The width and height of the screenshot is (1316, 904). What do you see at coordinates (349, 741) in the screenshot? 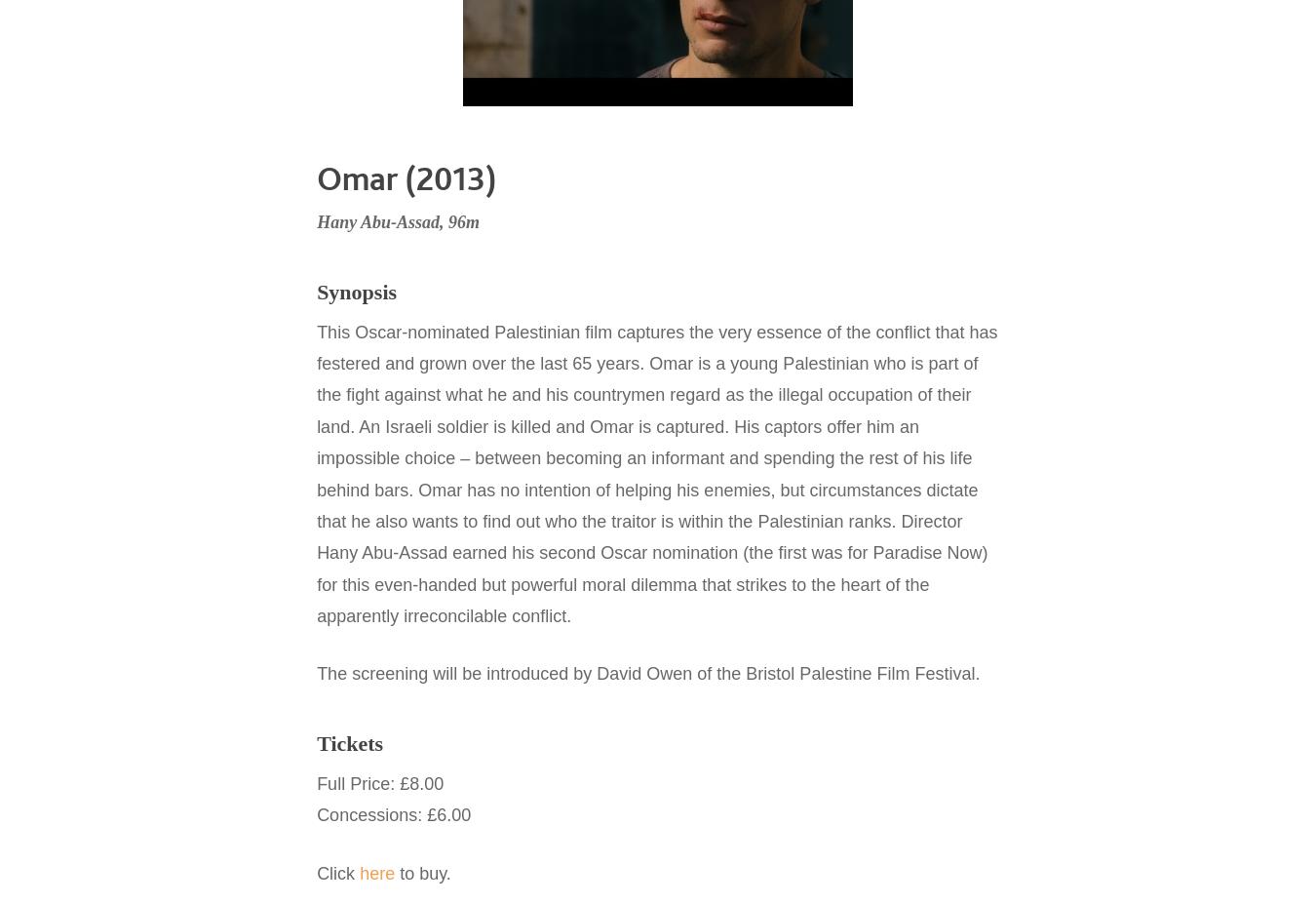
I see `'Tickets'` at bounding box center [349, 741].